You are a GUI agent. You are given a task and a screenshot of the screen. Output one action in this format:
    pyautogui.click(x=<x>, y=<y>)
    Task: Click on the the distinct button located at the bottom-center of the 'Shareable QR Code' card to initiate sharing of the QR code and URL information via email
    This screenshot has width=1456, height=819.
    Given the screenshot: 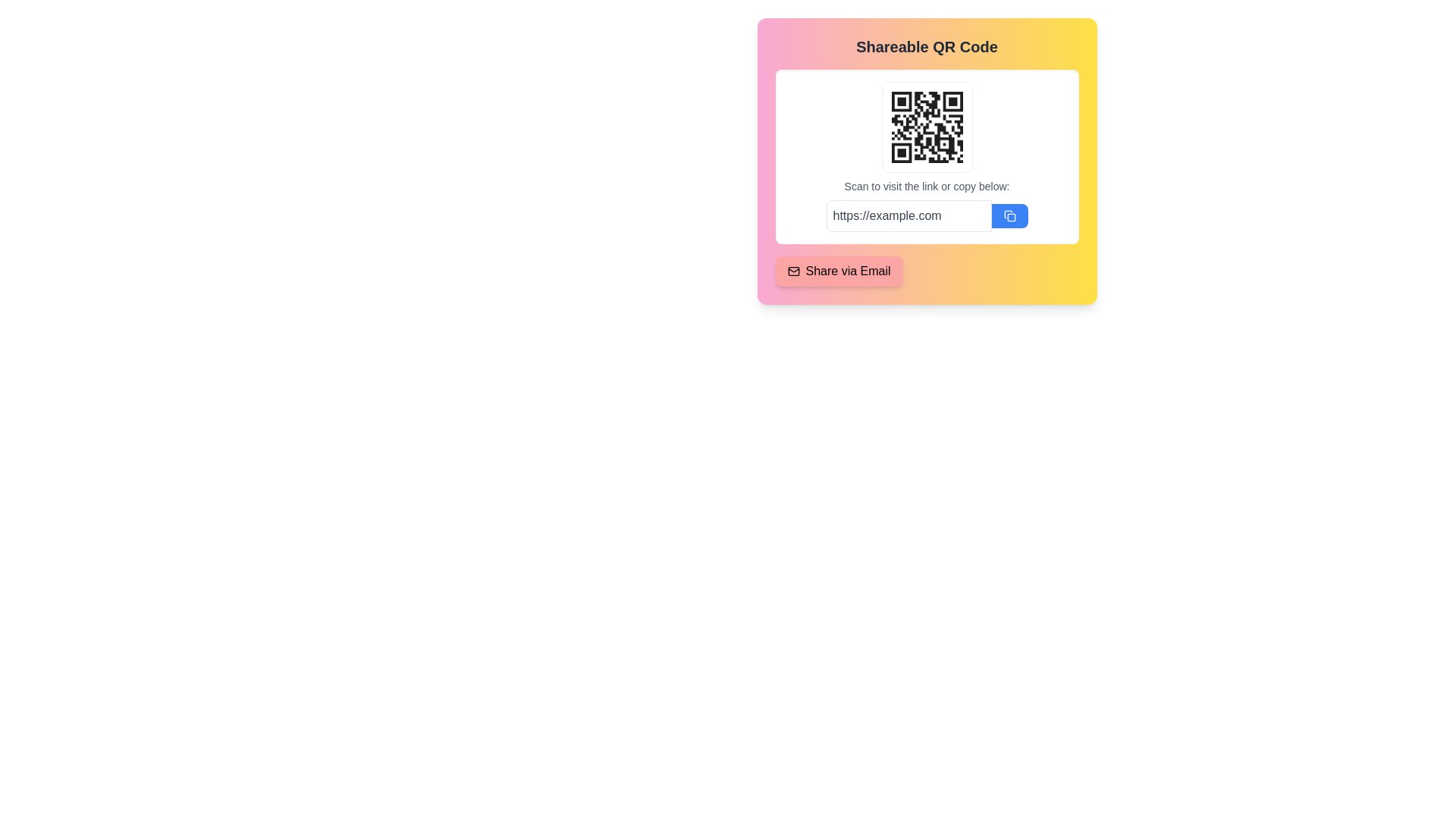 What is the action you would take?
    pyautogui.click(x=838, y=271)
    